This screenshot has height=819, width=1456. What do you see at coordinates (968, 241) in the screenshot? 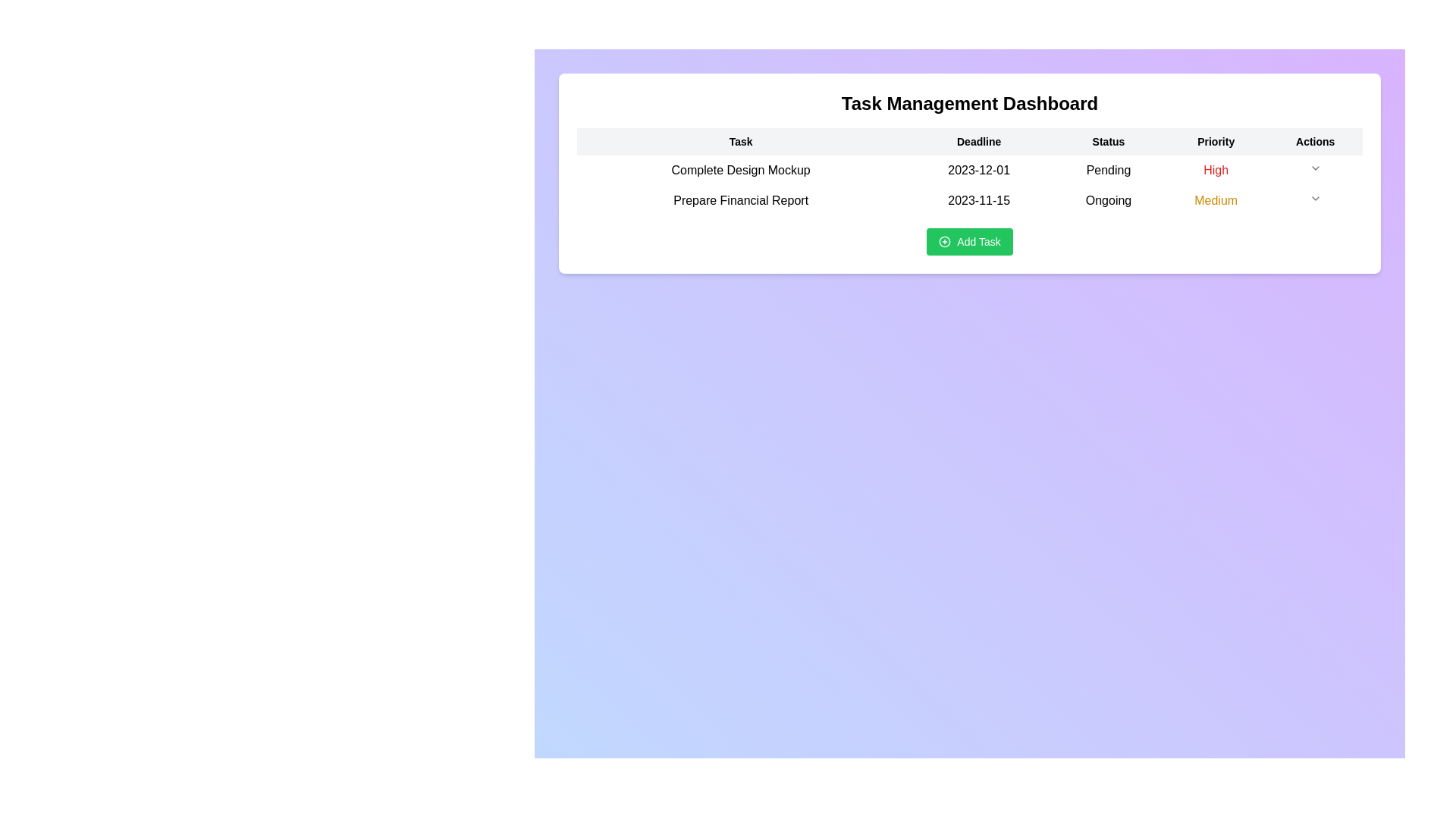
I see `the green 'Add Task' button with a white plus sign icon to observe the hover effect` at bounding box center [968, 241].